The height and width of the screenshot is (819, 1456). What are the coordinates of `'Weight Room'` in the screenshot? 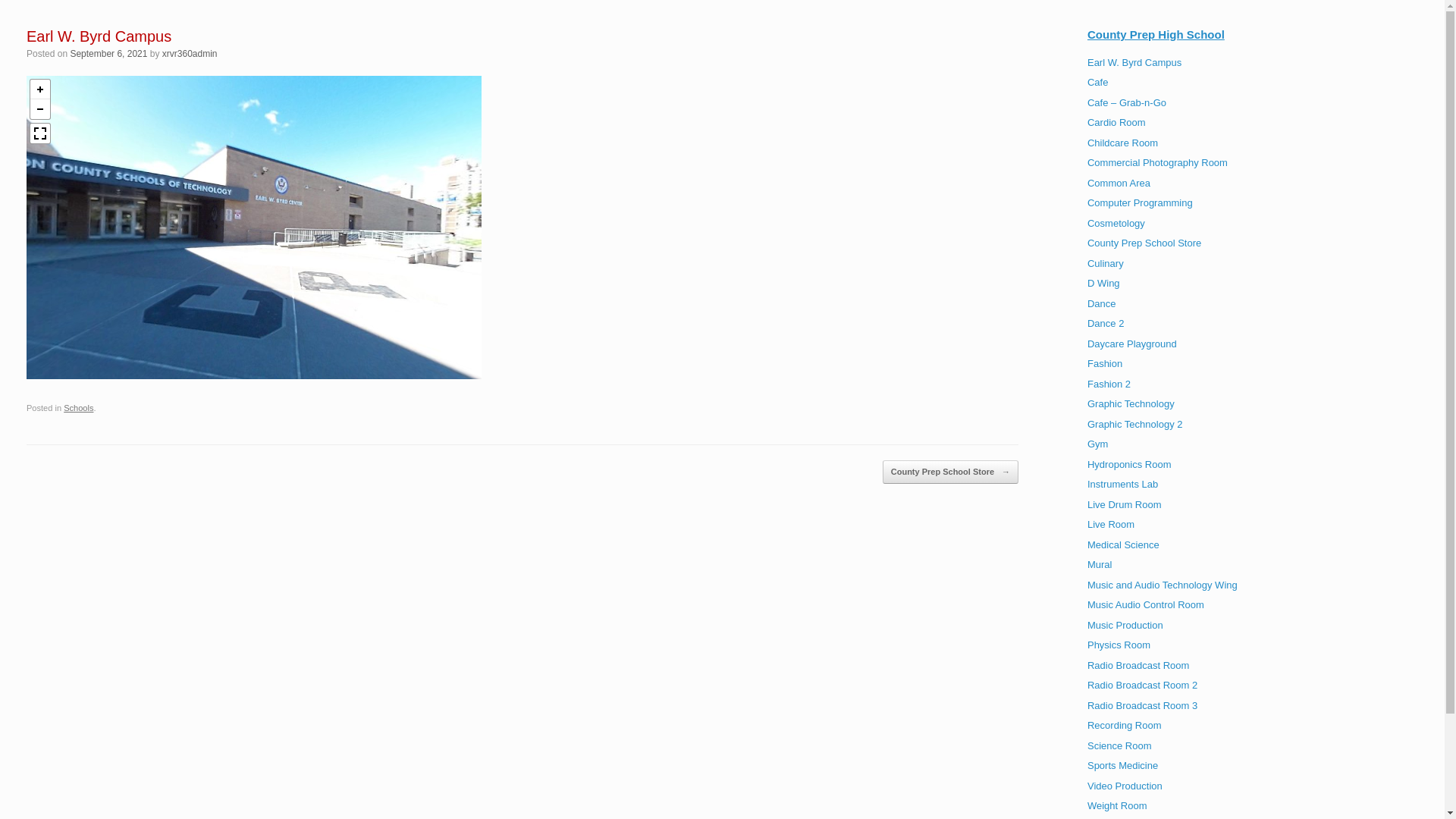 It's located at (1117, 805).